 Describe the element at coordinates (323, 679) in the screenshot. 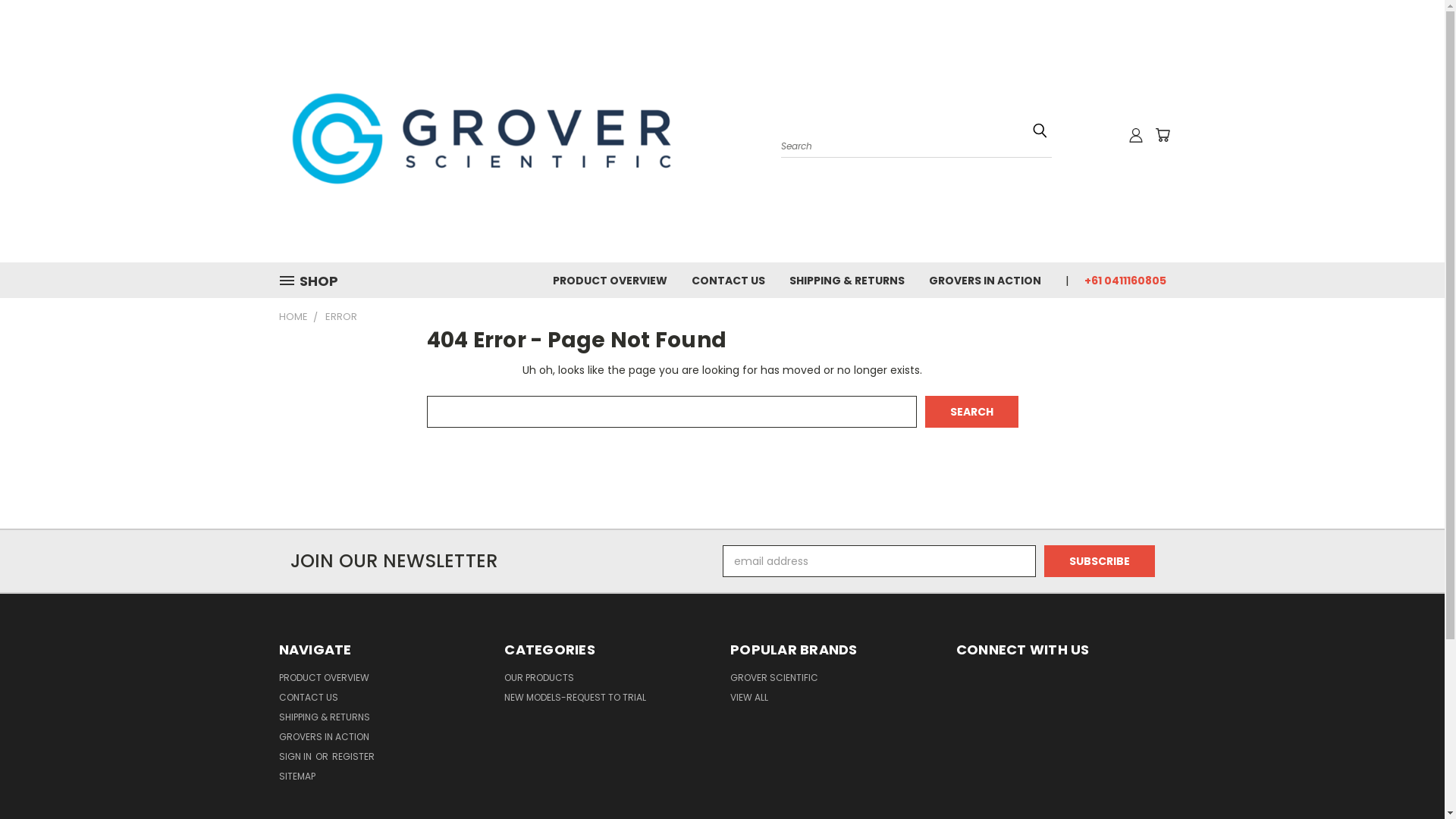

I see `'PRODUCT OVERVIEW'` at that location.